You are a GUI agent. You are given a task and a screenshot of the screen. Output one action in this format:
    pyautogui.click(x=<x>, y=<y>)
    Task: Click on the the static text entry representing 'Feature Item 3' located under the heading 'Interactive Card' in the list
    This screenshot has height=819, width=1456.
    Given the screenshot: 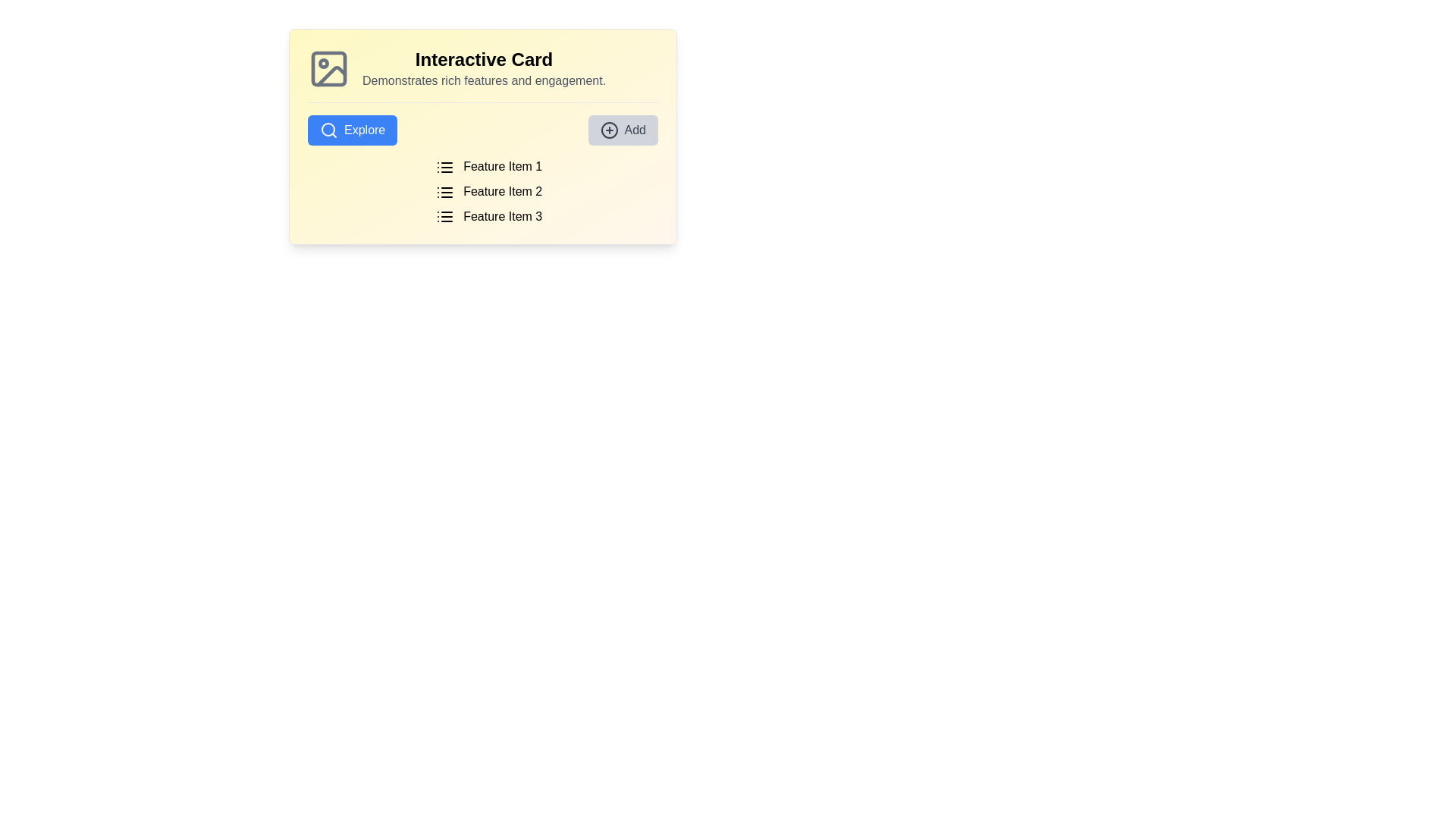 What is the action you would take?
    pyautogui.click(x=488, y=216)
    